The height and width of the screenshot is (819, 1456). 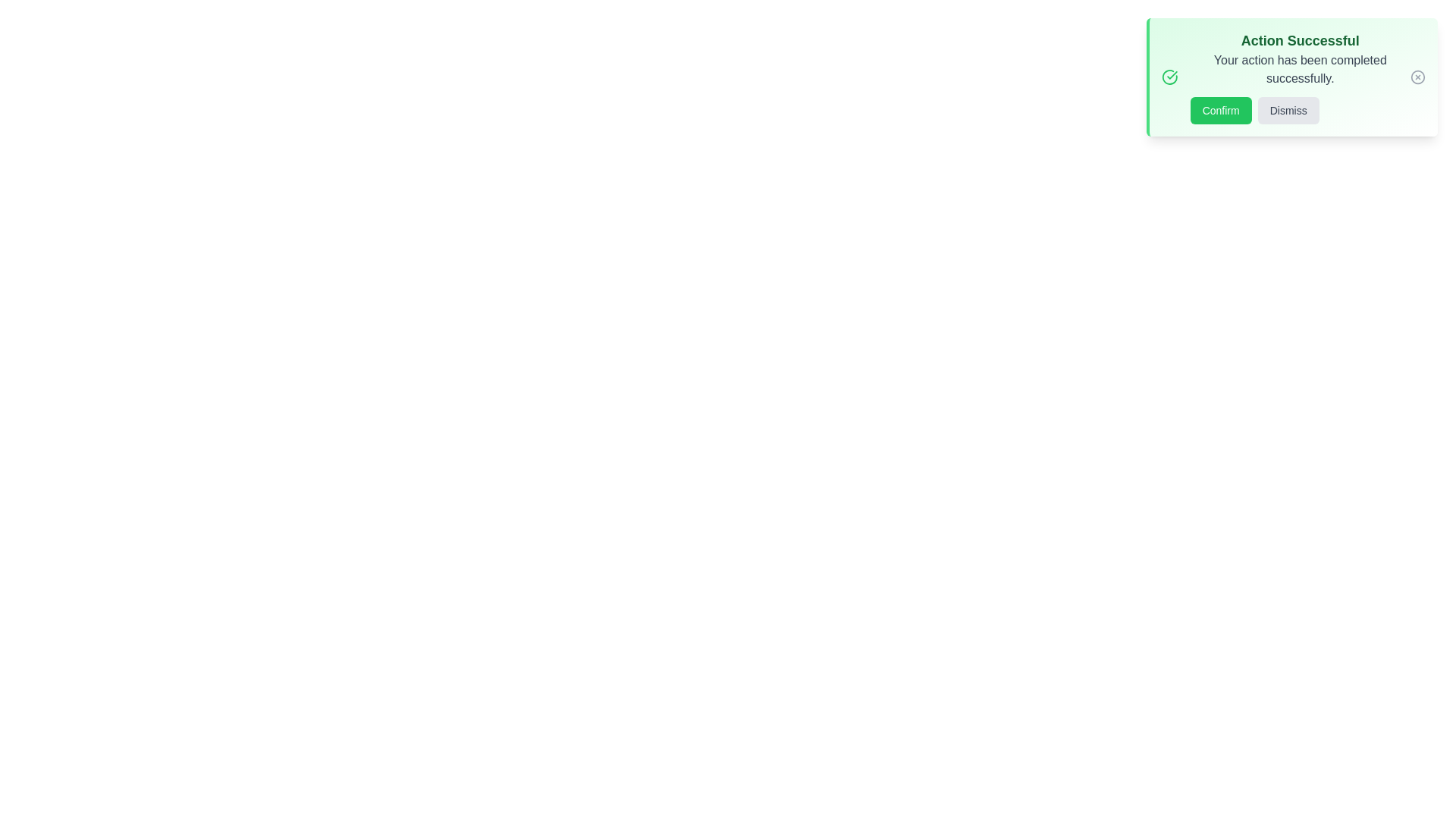 What do you see at coordinates (1288, 110) in the screenshot?
I see `the 'Dismiss' button to hide the alert` at bounding box center [1288, 110].